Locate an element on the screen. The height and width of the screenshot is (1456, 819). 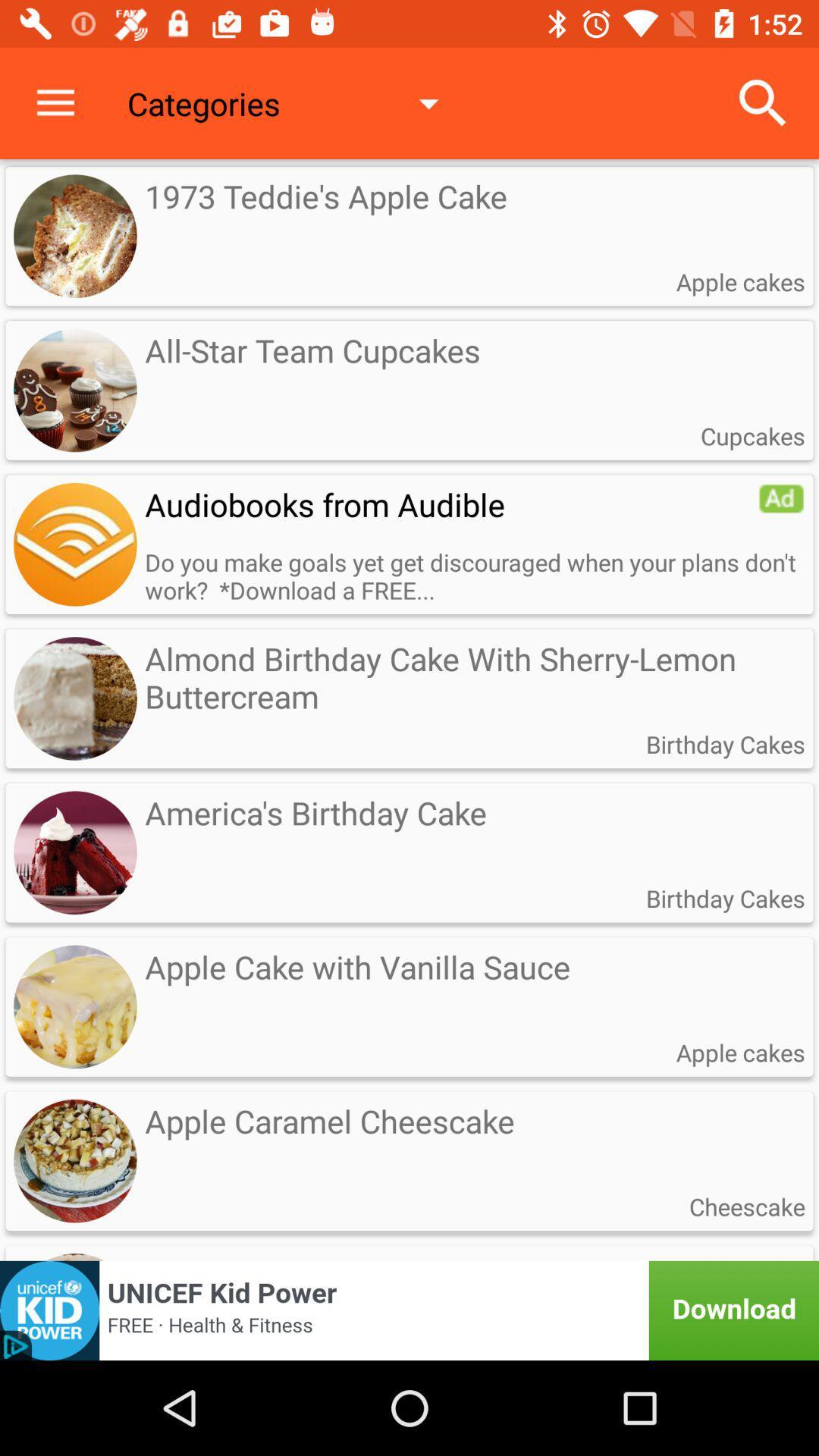
do you make item is located at coordinates (474, 575).